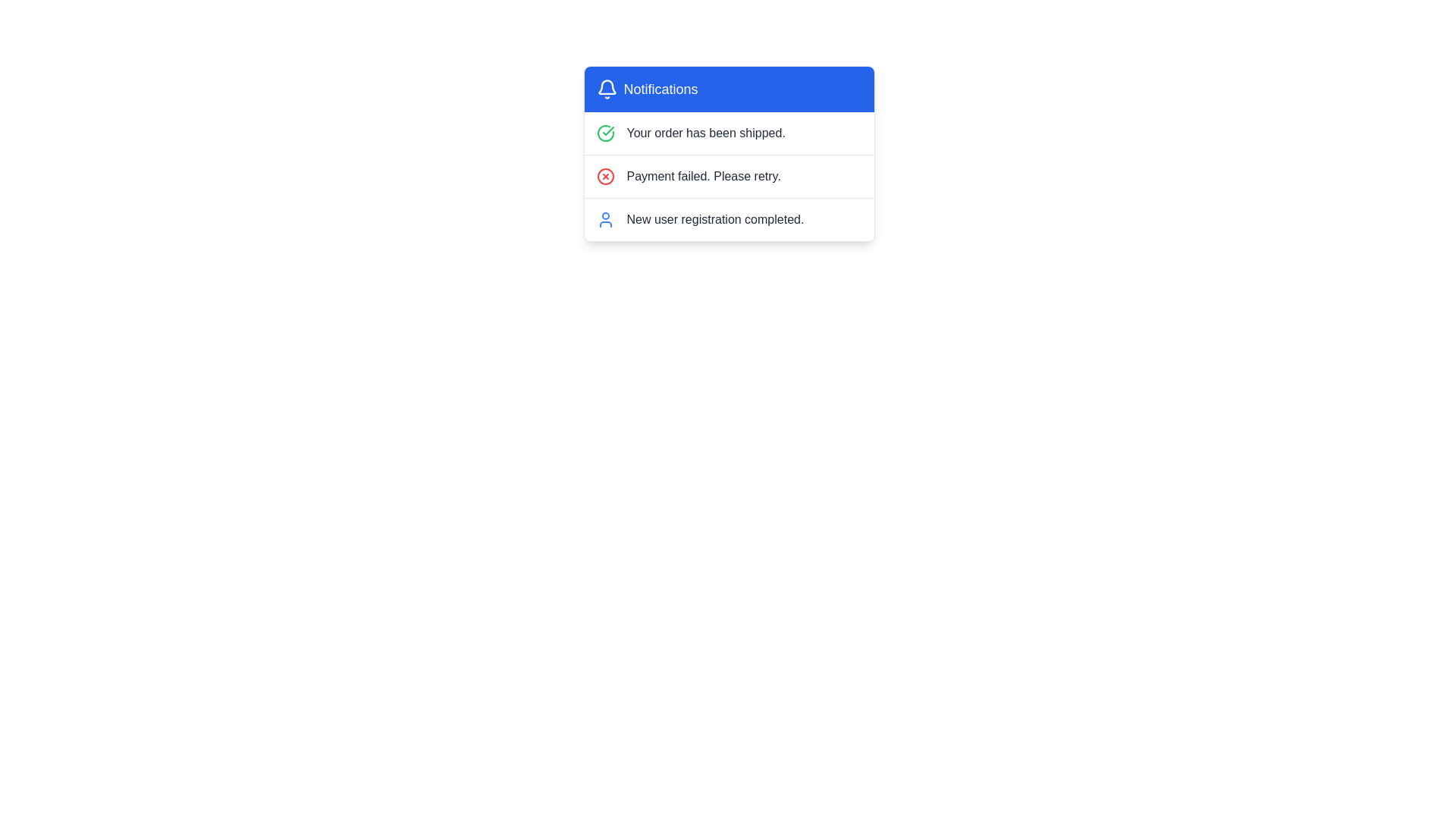  I want to click on the user profile icon located on the left side of the notification item with the text 'New user registration completed.', so click(604, 219).